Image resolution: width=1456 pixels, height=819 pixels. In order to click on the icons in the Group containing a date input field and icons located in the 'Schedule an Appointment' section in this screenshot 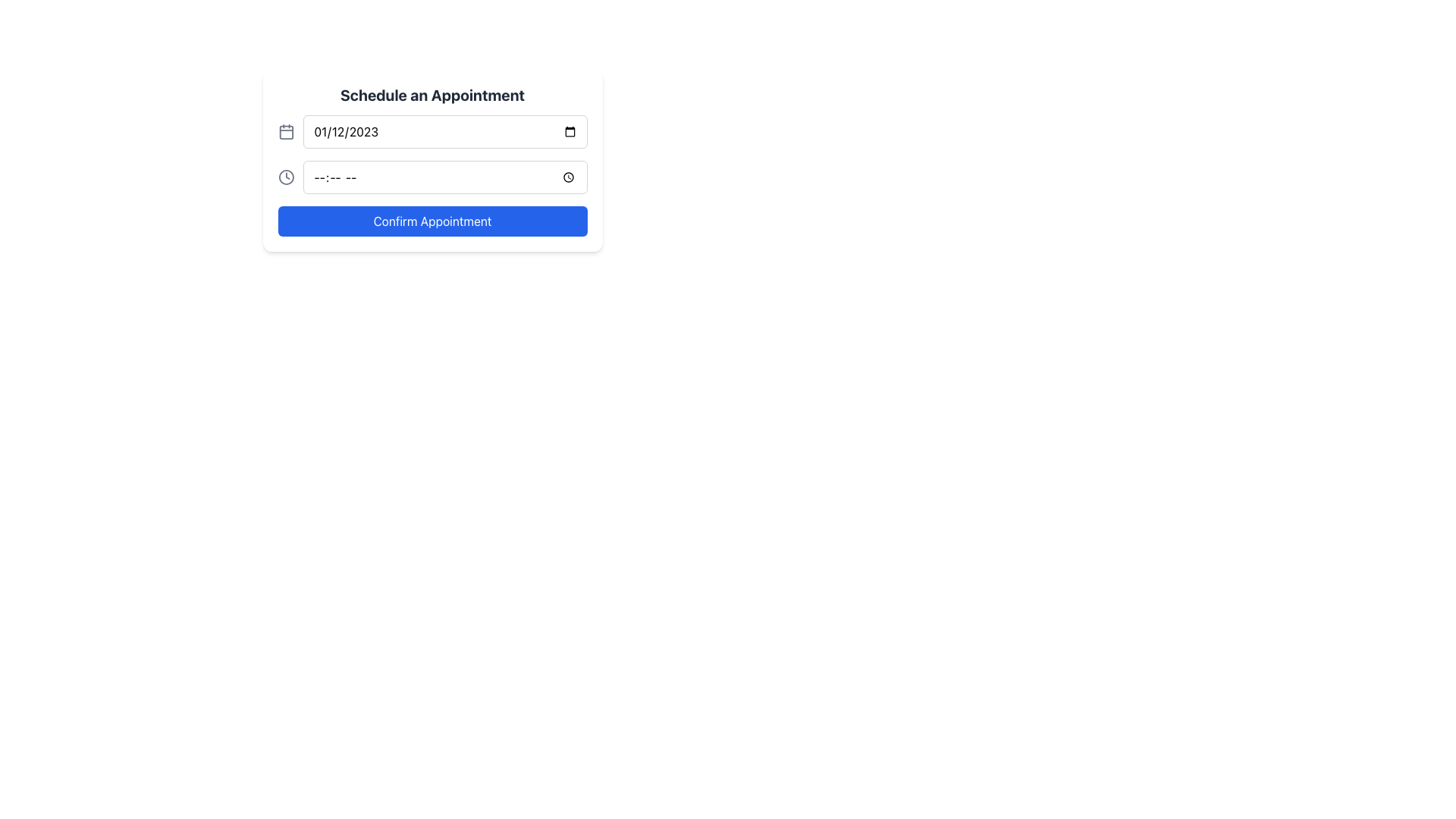, I will do `click(431, 130)`.